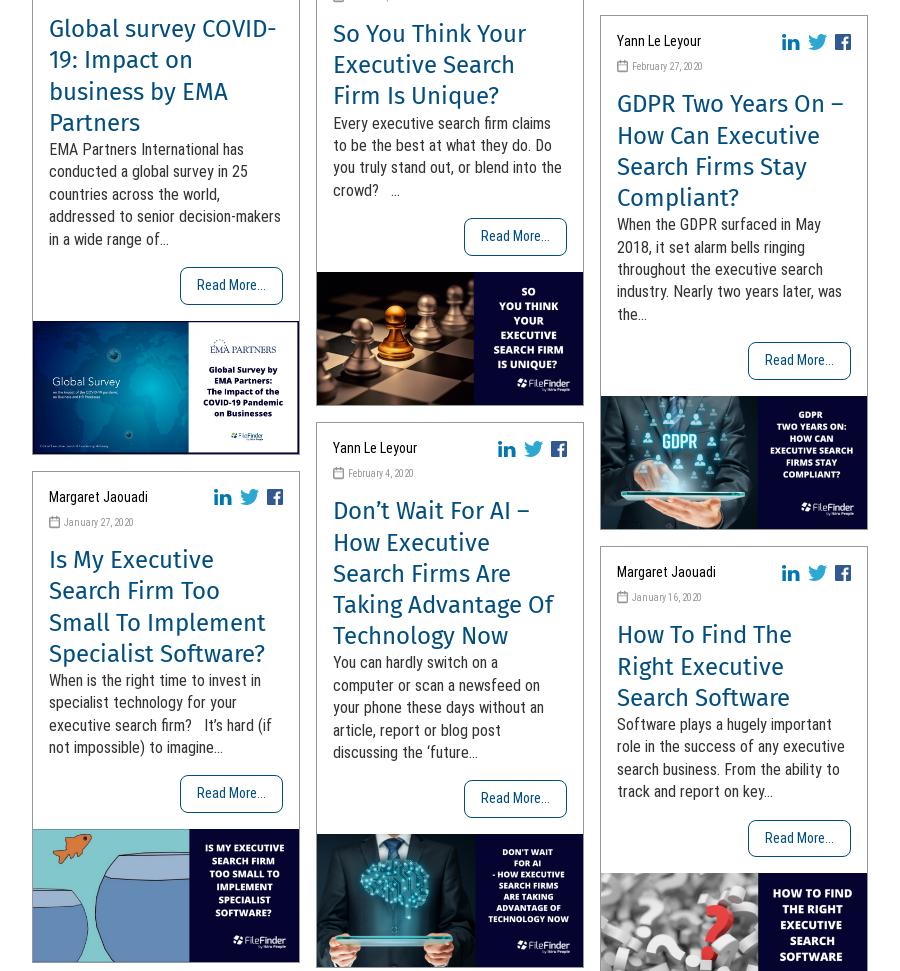 Image resolution: width=900 pixels, height=971 pixels. Describe the element at coordinates (332, 573) in the screenshot. I see `'Don’t Wait For AI – How Executive Search Firms Are Taking Advantage Of Technology Now'` at that location.